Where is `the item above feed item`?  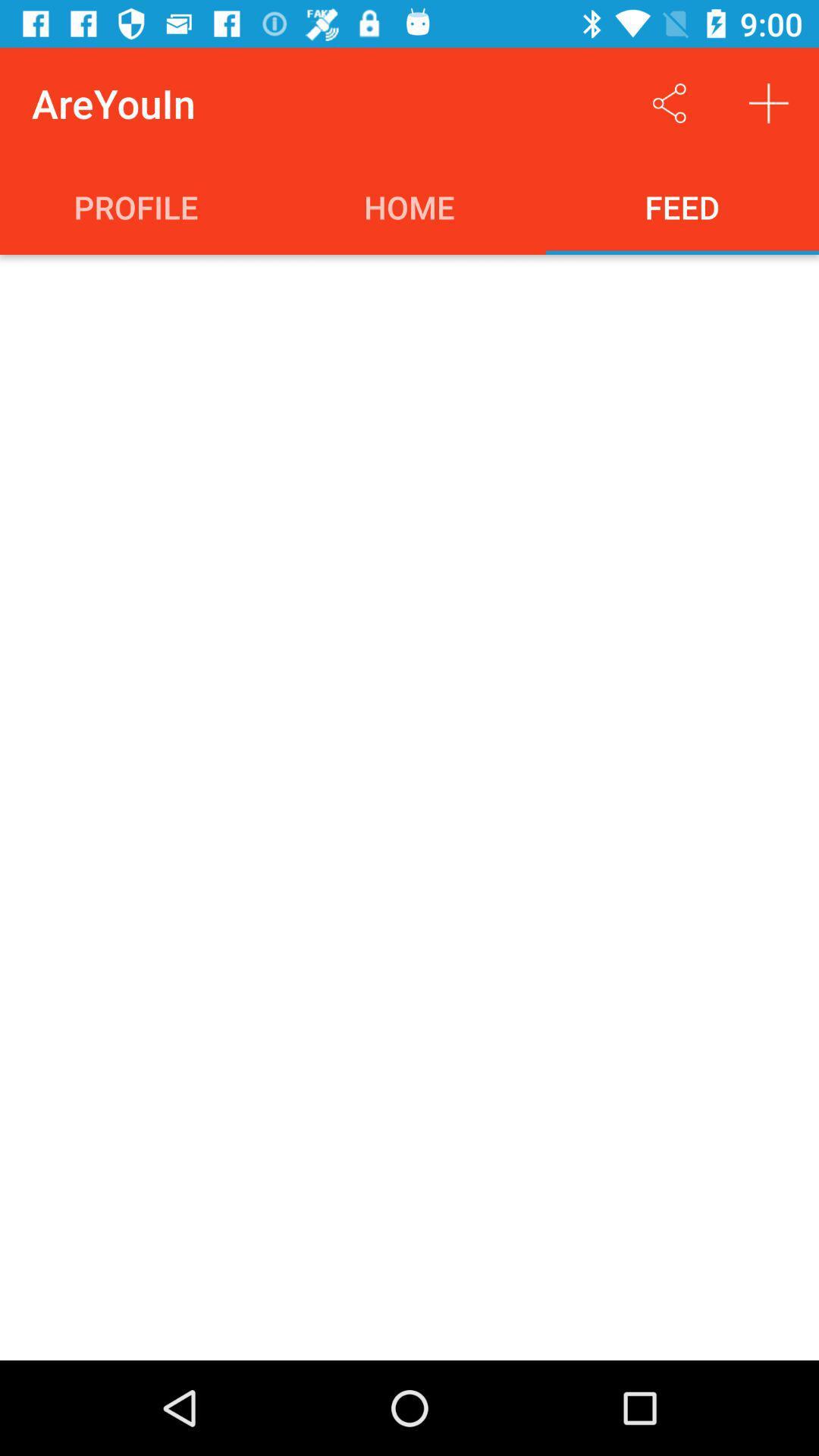 the item above feed item is located at coordinates (769, 102).